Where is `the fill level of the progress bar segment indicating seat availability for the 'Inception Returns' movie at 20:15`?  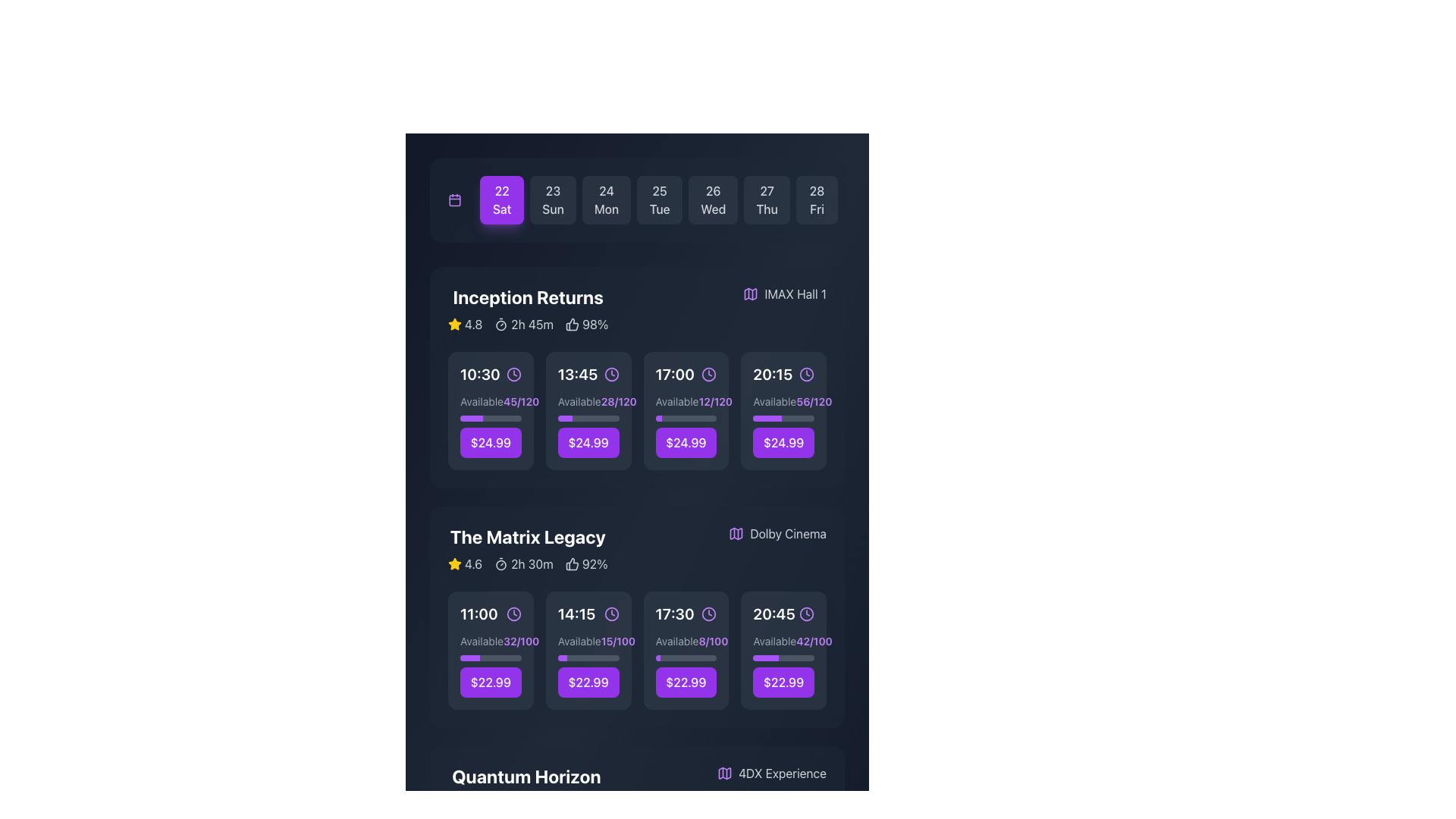
the fill level of the progress bar segment indicating seat availability for the 'Inception Returns' movie at 20:15 is located at coordinates (767, 418).